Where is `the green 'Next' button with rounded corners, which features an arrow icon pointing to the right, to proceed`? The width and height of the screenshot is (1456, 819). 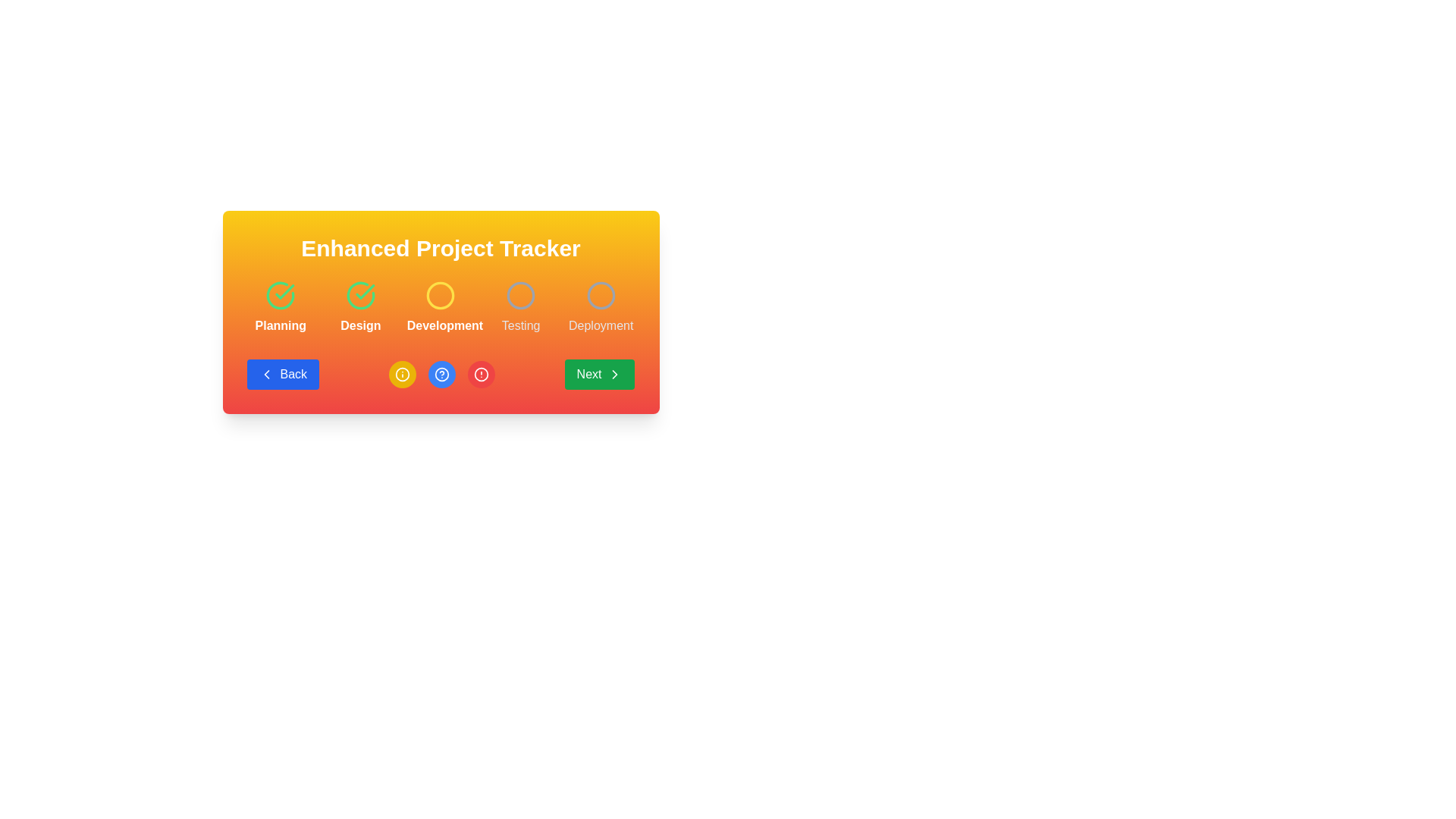 the green 'Next' button with rounded corners, which features an arrow icon pointing to the right, to proceed is located at coordinates (599, 374).